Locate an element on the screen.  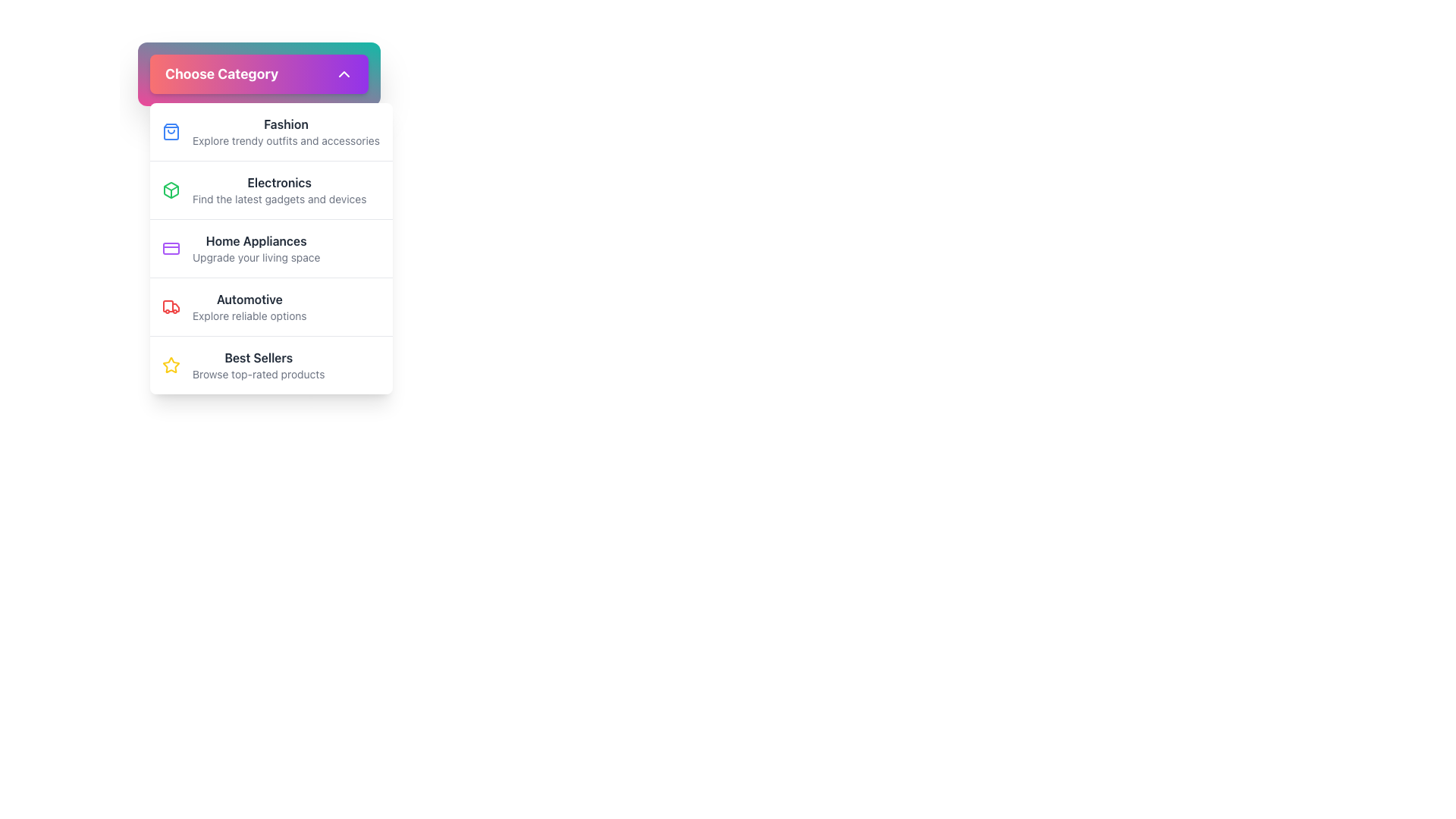
the bright gradient rectangular button labeled 'Choose Category' is located at coordinates (259, 74).